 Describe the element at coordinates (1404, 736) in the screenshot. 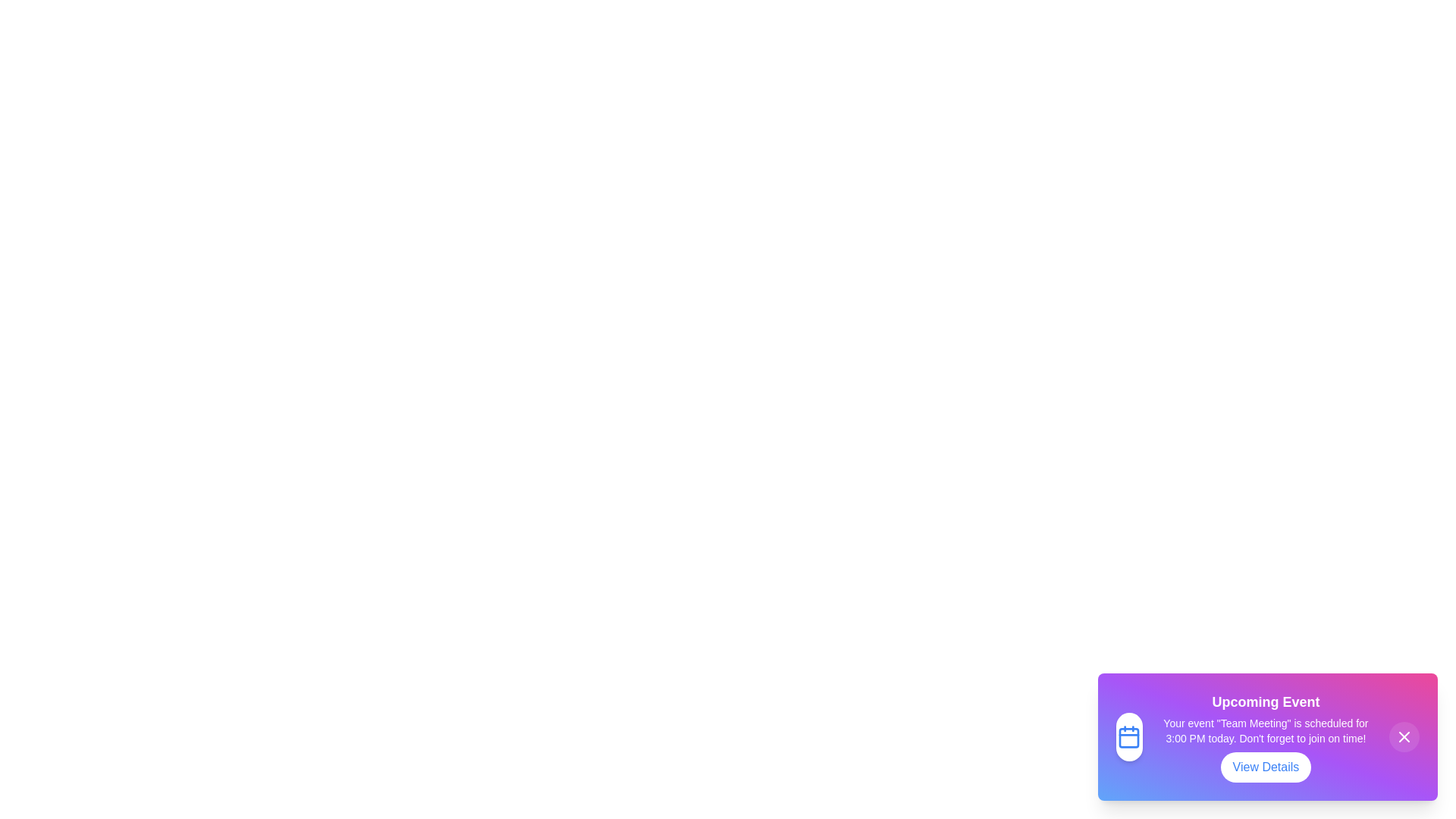

I see `the close button to dismiss the notification` at that location.